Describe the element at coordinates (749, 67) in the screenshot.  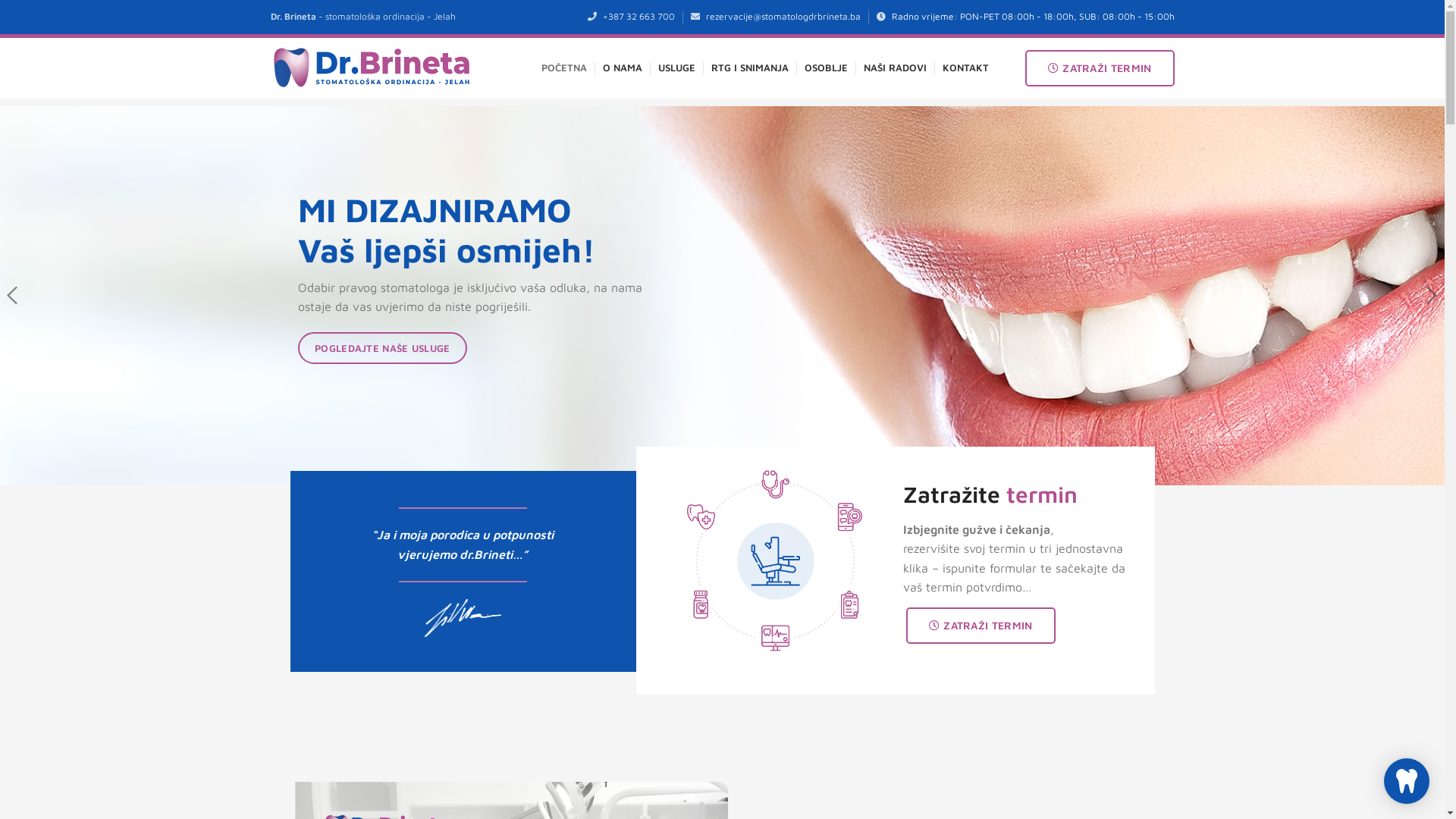
I see `'RTG I SNIMANJA'` at that location.